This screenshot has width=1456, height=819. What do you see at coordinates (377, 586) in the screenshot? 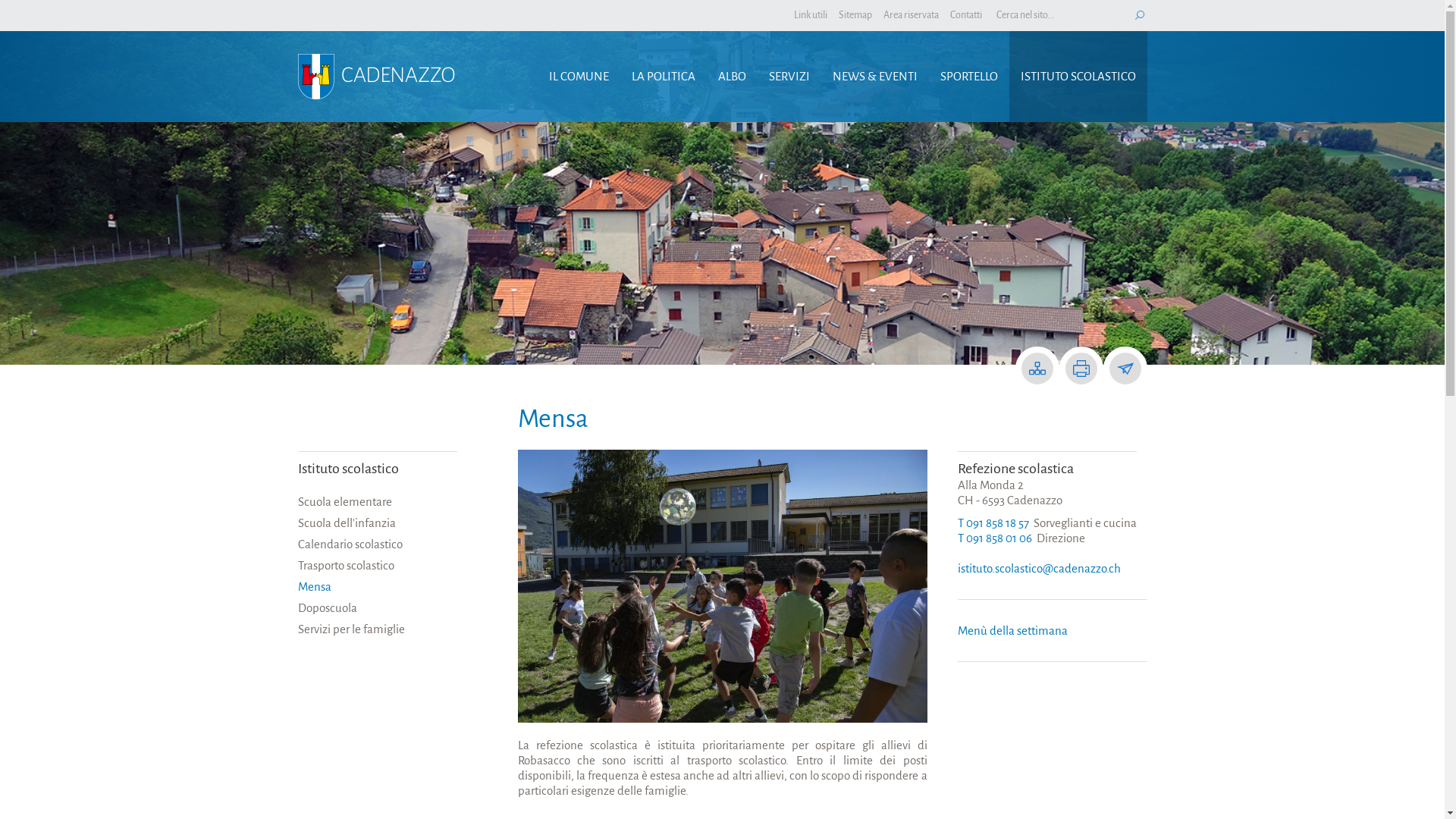
I see `'Mensa'` at bounding box center [377, 586].